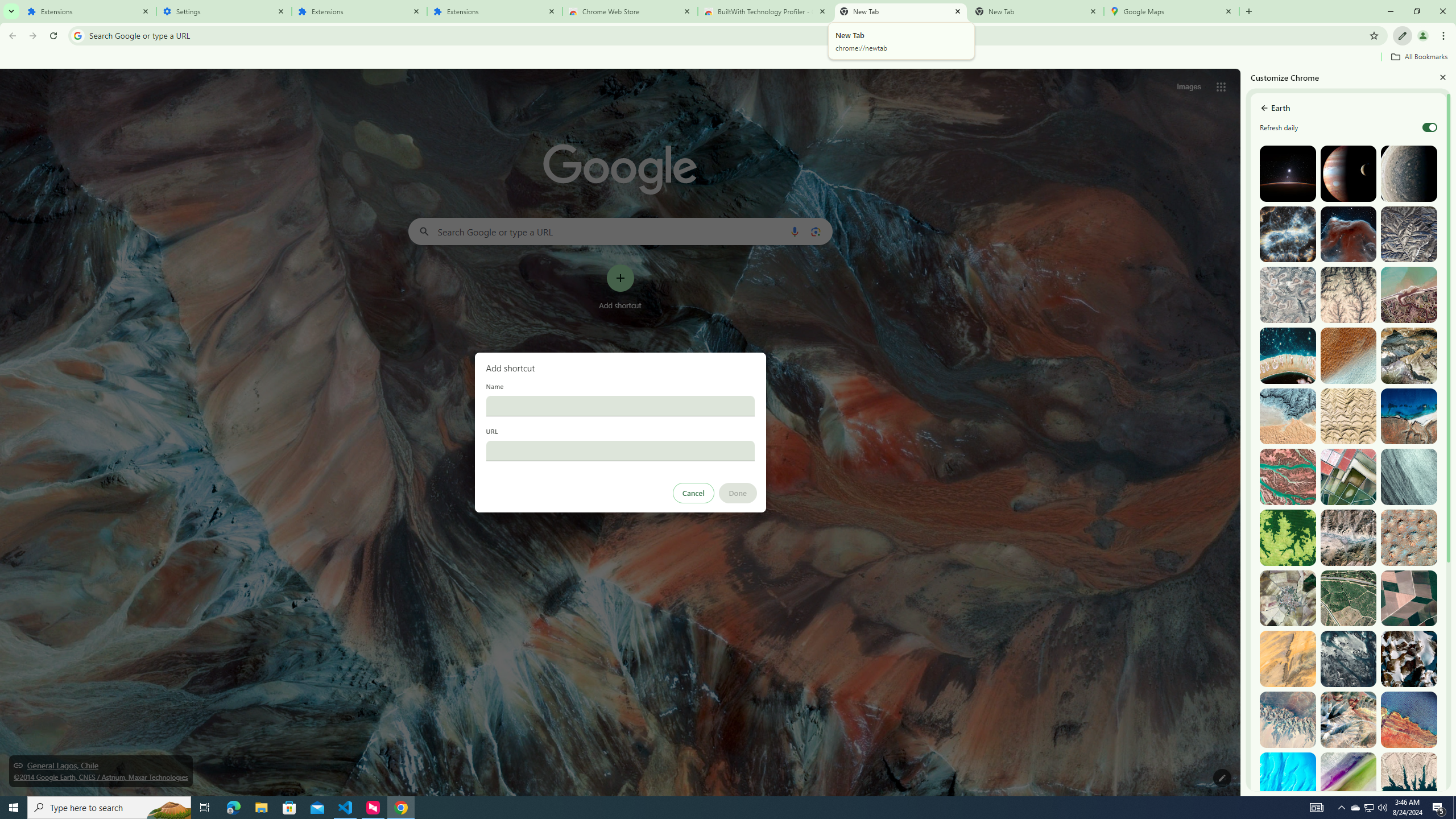 The height and width of the screenshot is (819, 1456). I want to click on 'Trarza, Mauritania', so click(1349, 355).